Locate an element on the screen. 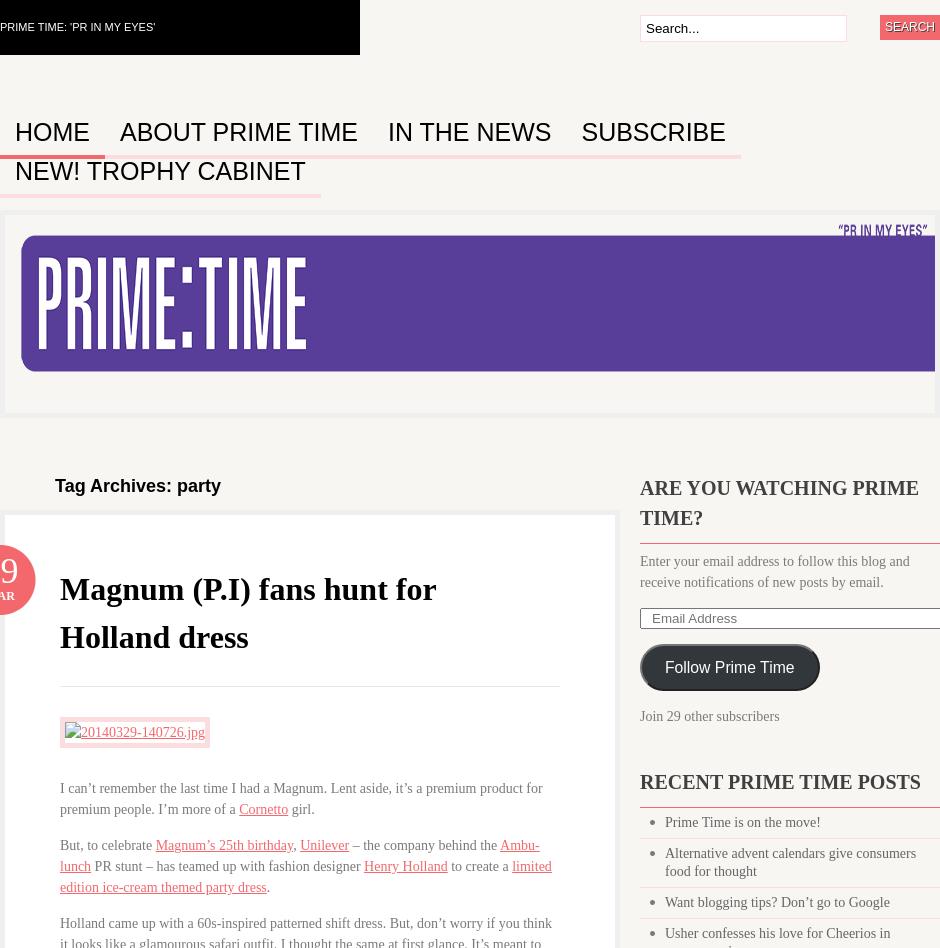  'Want blogging tips? Don’t go to Google' is located at coordinates (776, 901).